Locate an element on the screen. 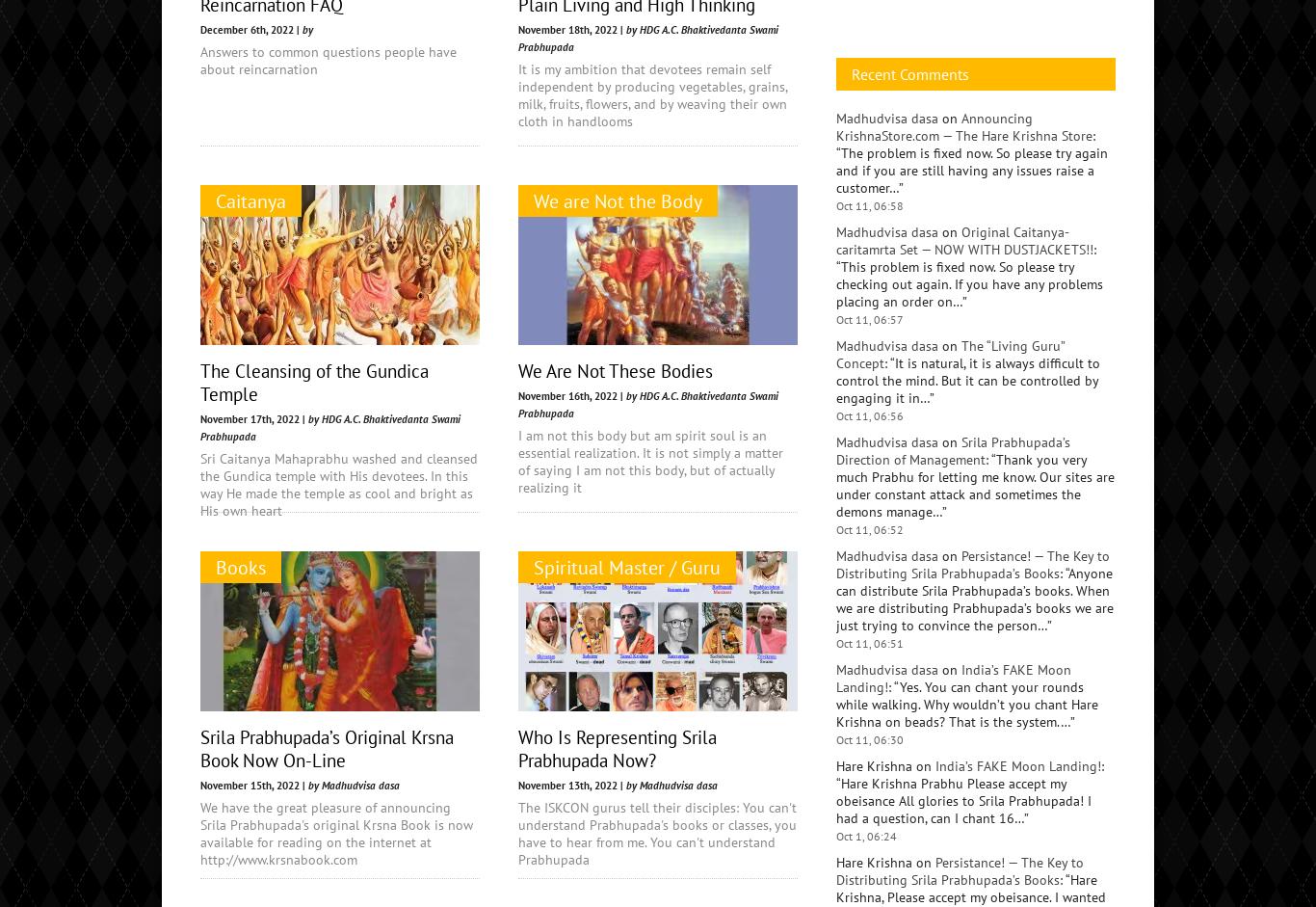  'Yoga' is located at coordinates (881, 109).